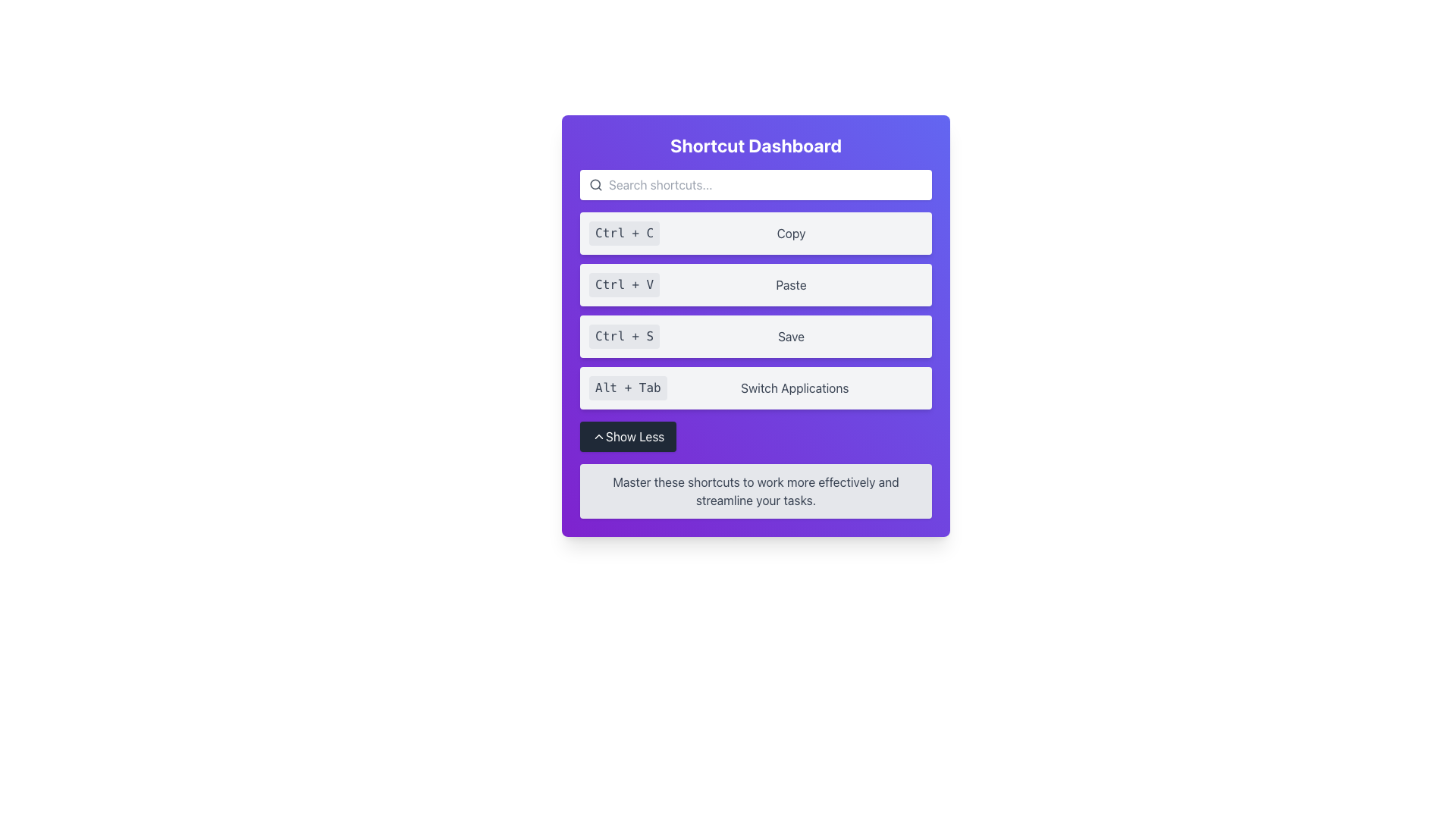 The image size is (1456, 819). I want to click on the static text label that describes the function of the 'Alt + Tab' keyboard shortcut, located below the 'Ctrl + S Save' section and above the 'Show Less' button, so click(794, 388).